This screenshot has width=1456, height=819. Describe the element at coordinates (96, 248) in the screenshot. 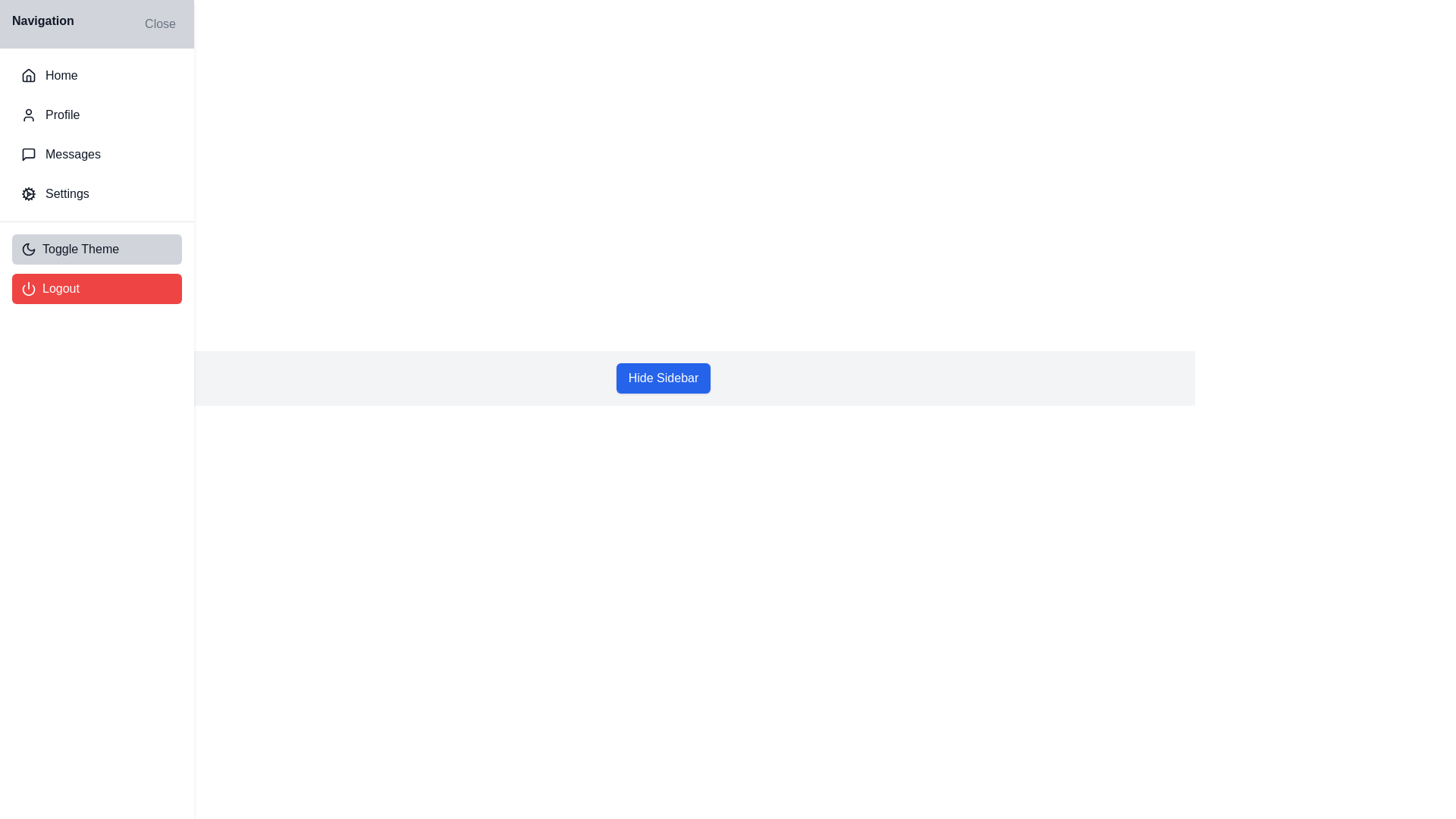

I see `the 'Toggle Theme' button with a light gray background and a crescent moon icon, located in the bottom section of the navigation sidebar` at that location.